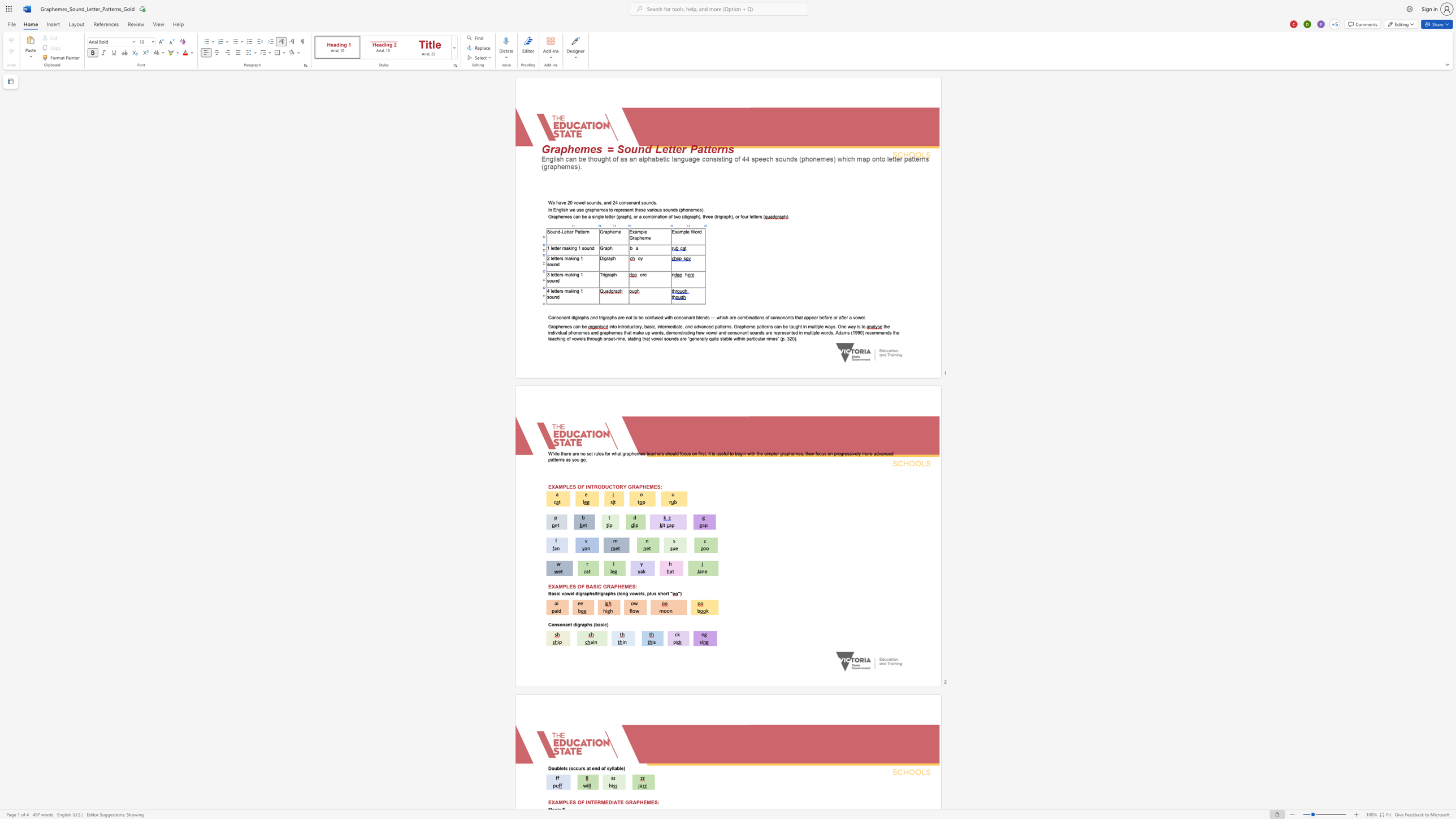  I want to click on the 2th character "w" in the text, so click(636, 593).